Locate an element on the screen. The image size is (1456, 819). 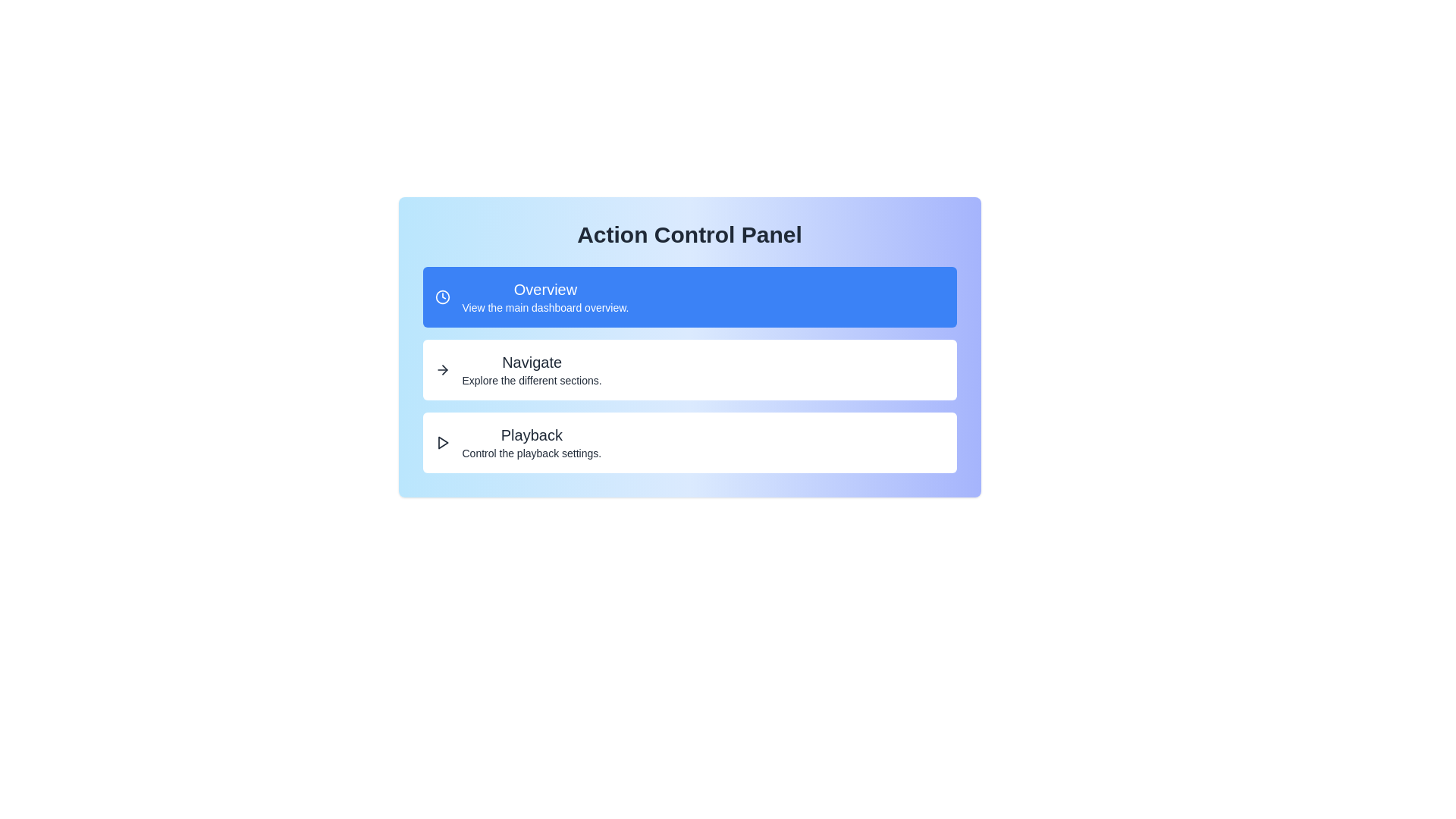
the circular component of the clock-like icon located in the top-left corner of the blue rectangular section titled 'Overview' is located at coordinates (441, 297).